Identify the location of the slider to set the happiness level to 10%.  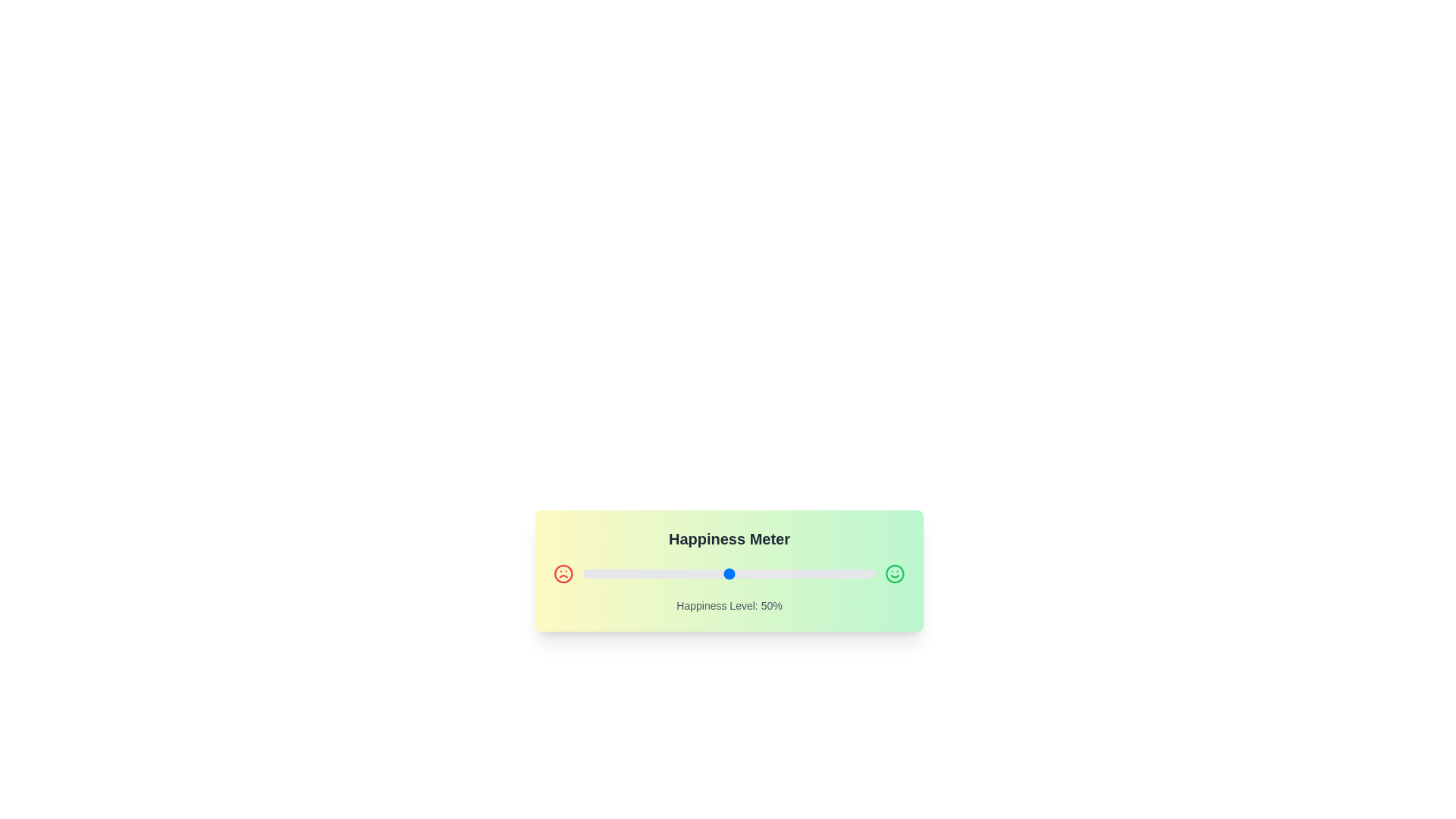
(612, 573).